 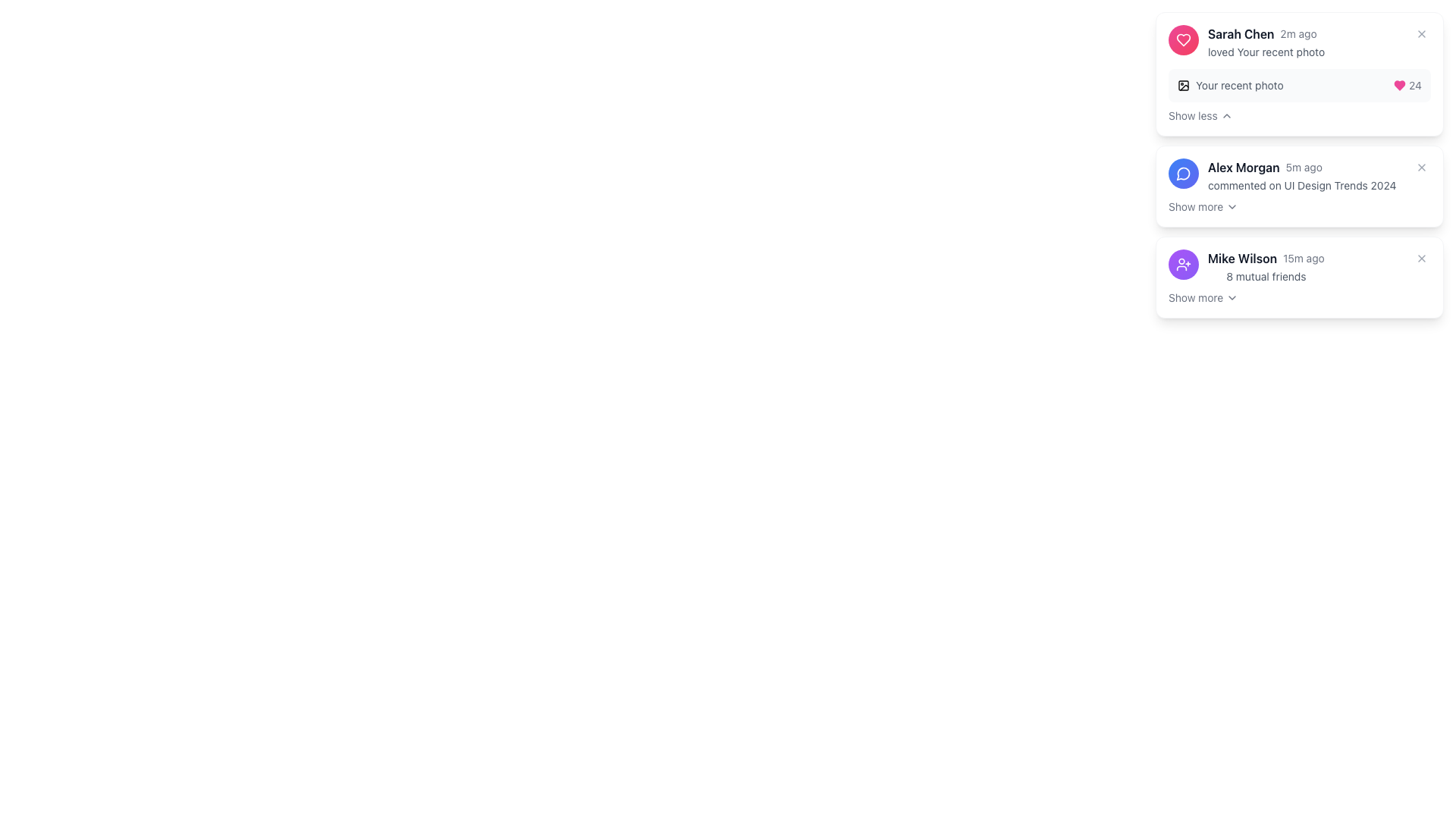 I want to click on the text element displaying 'commented on UI Design Trends 2024' located in the second notification card beneath 'Alex Morgan', so click(x=1301, y=184).